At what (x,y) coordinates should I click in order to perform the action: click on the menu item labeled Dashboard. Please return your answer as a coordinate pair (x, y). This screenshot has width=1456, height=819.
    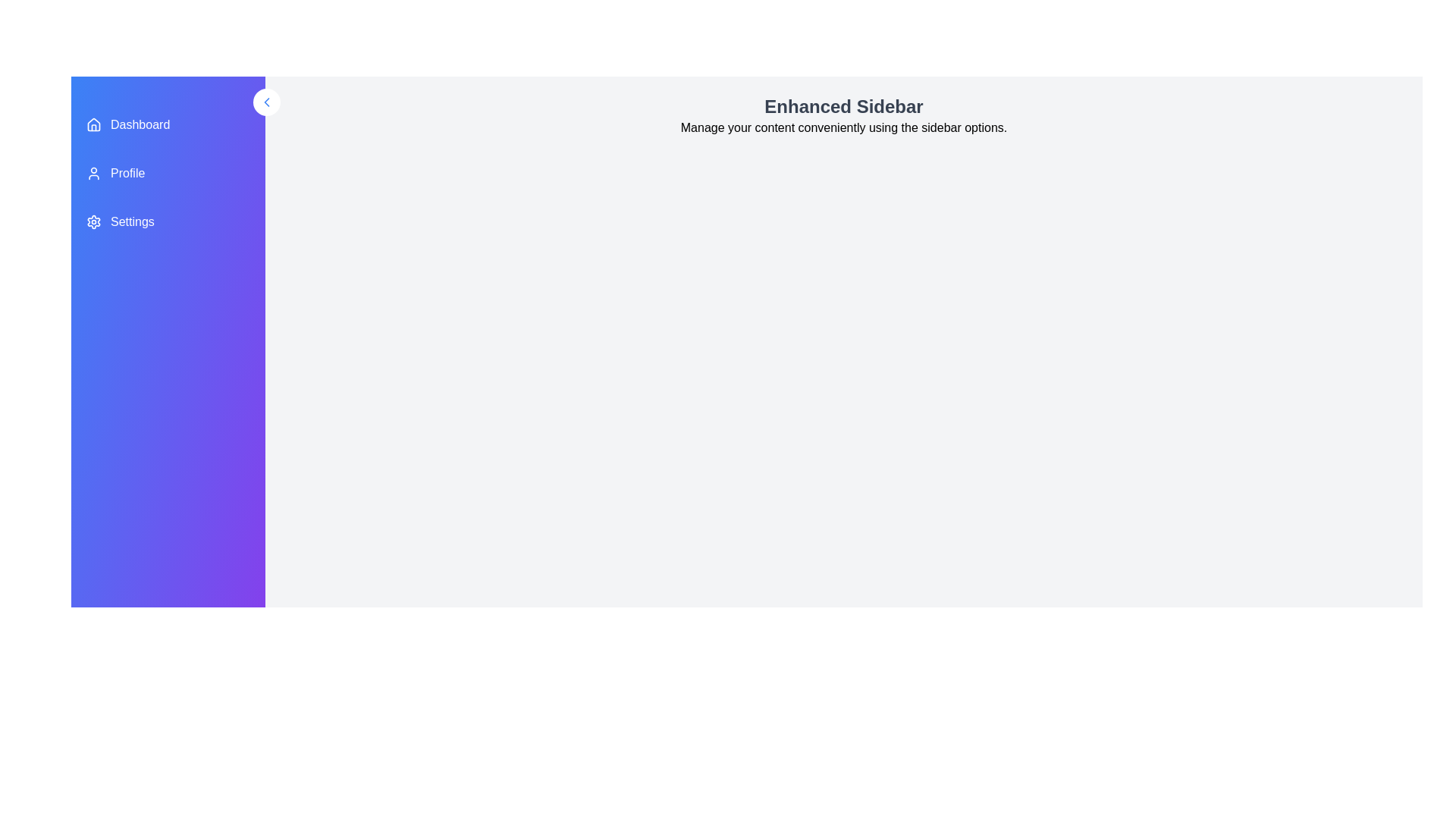
    Looking at the image, I should click on (168, 124).